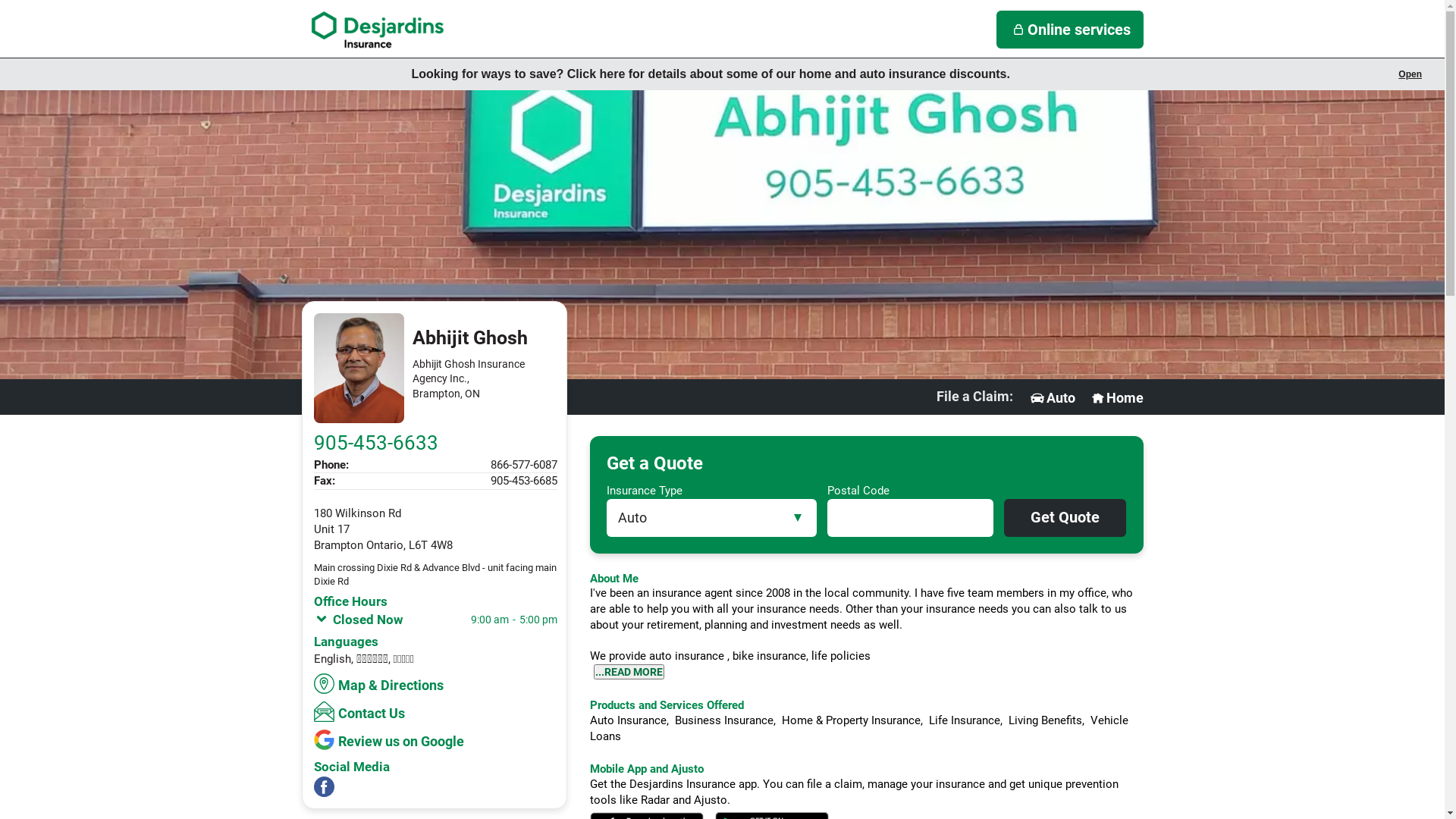 The image size is (1456, 819). Describe the element at coordinates (378, 29) in the screenshot. I see `'Navigate to Desjardins Insurance'` at that location.